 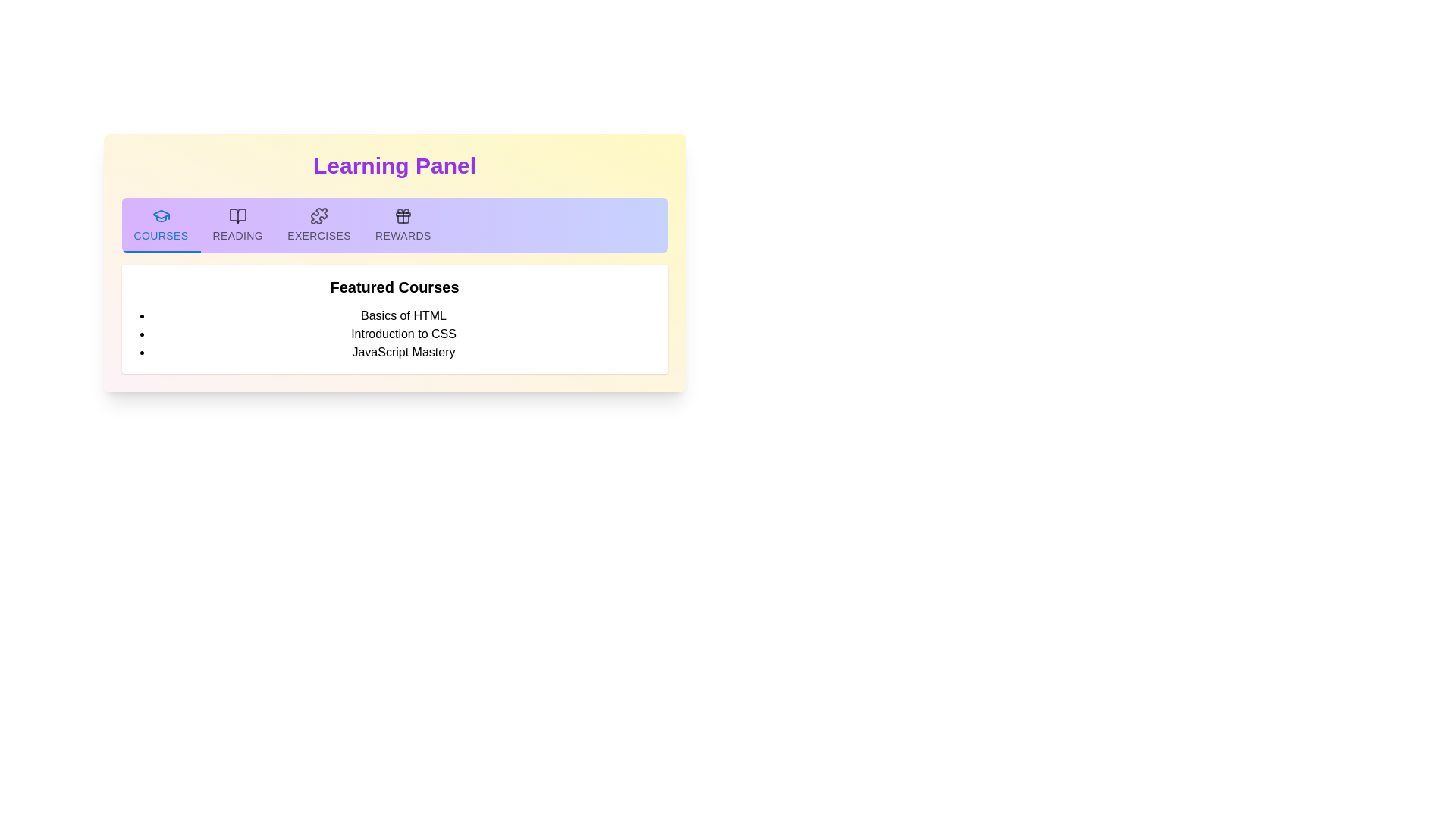 I want to click on the text label displaying 'Introduction to CSS', which is the second item in the ordered list under the 'Featured Courses' heading, so click(x=403, y=333).